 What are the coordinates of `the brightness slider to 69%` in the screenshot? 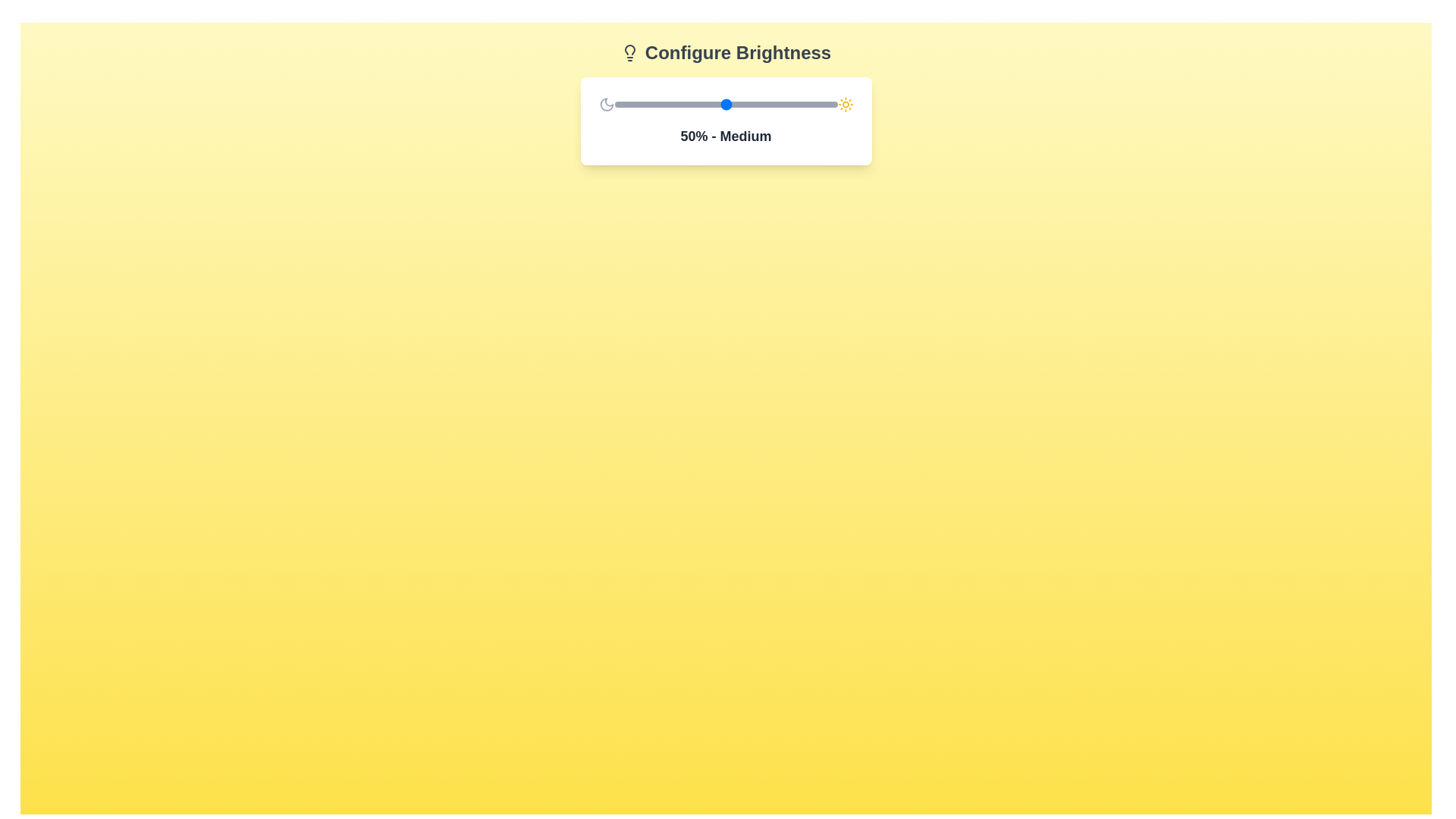 It's located at (768, 104).